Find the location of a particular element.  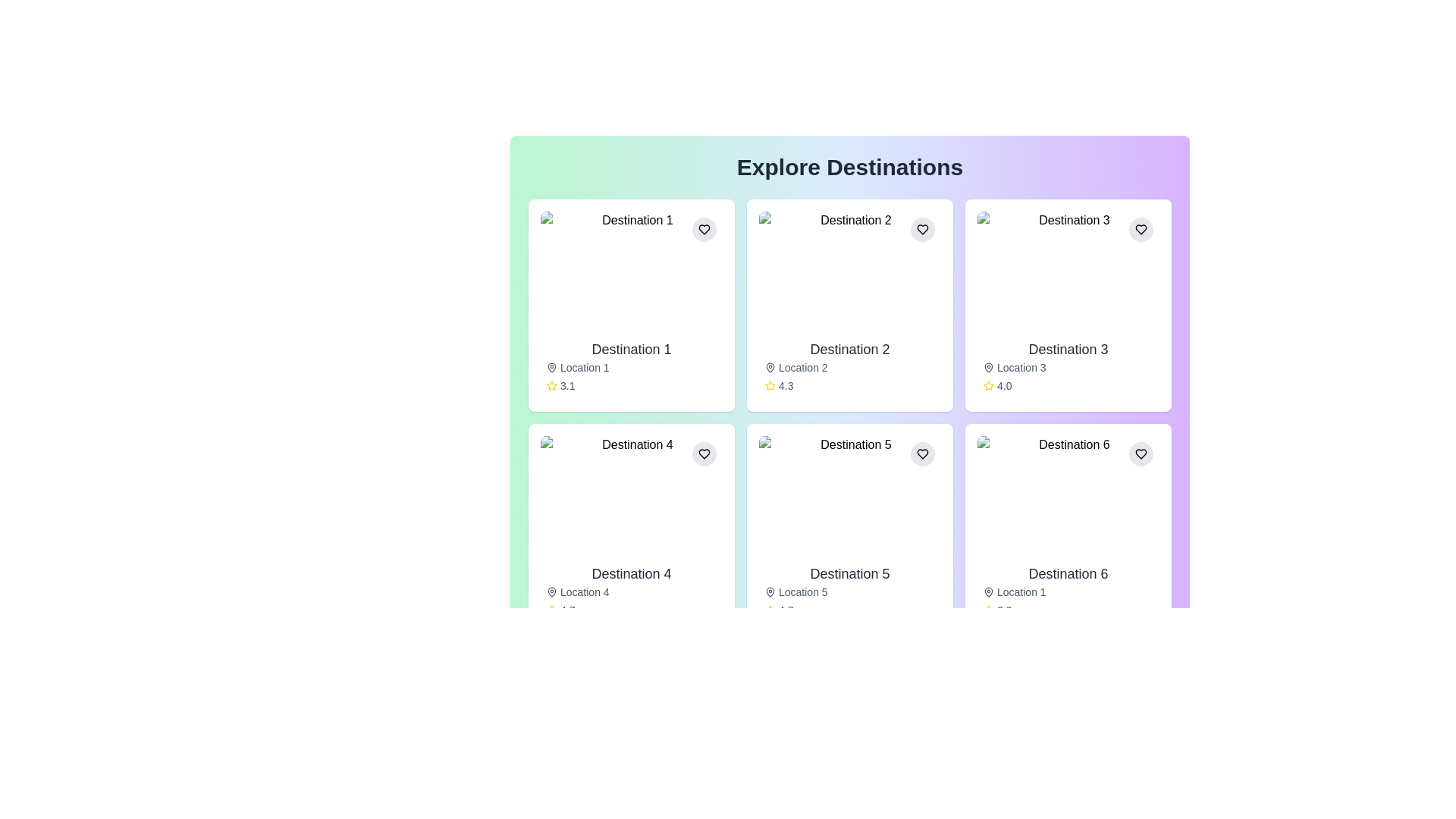

the heart icon within the favorite button in the top-right corner of the 'Destination 1' card is located at coordinates (704, 230).